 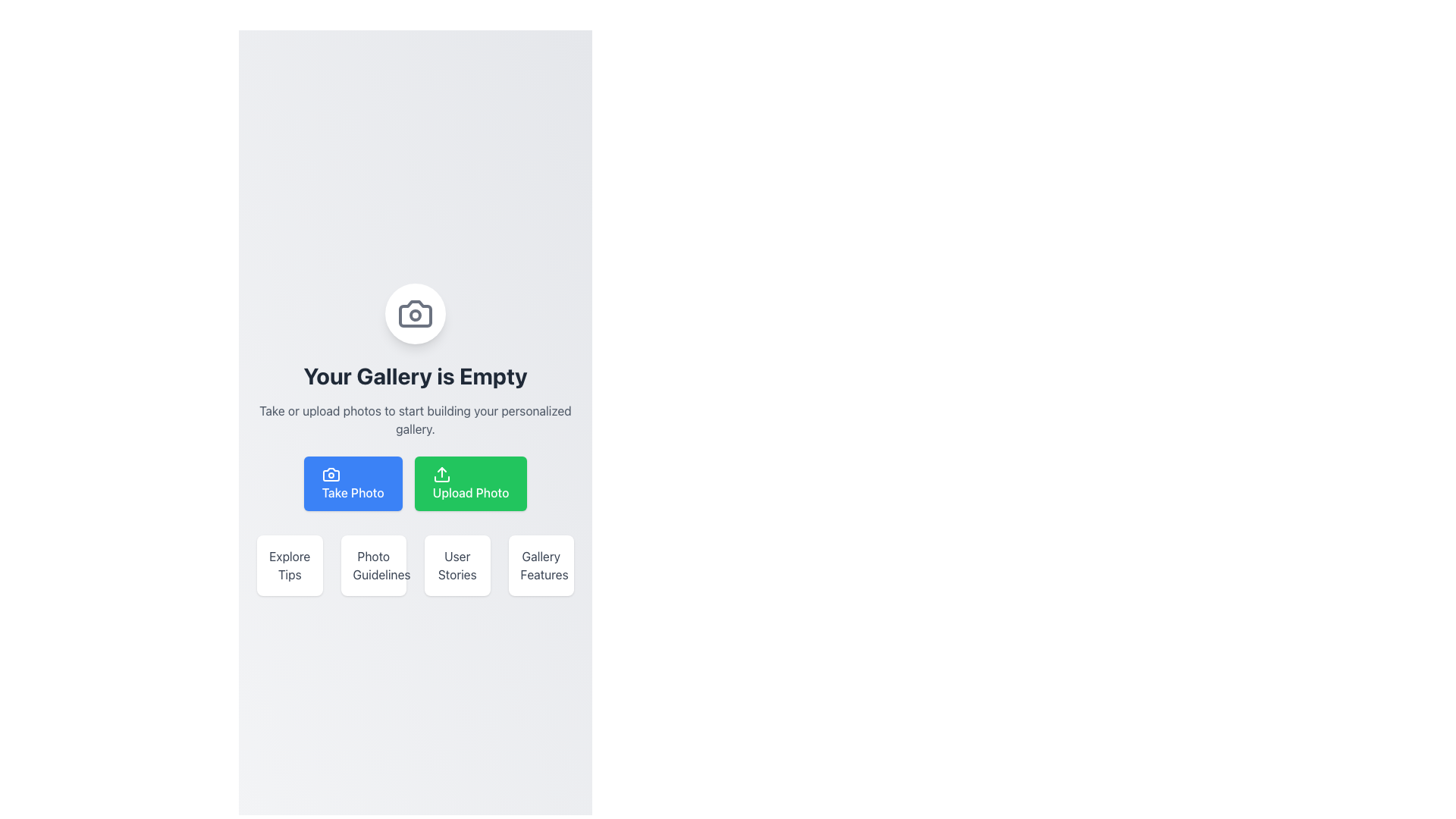 What do you see at coordinates (469, 483) in the screenshot?
I see `the green rectangular button labeled 'Upload Photo' with an upload arrow icon` at bounding box center [469, 483].